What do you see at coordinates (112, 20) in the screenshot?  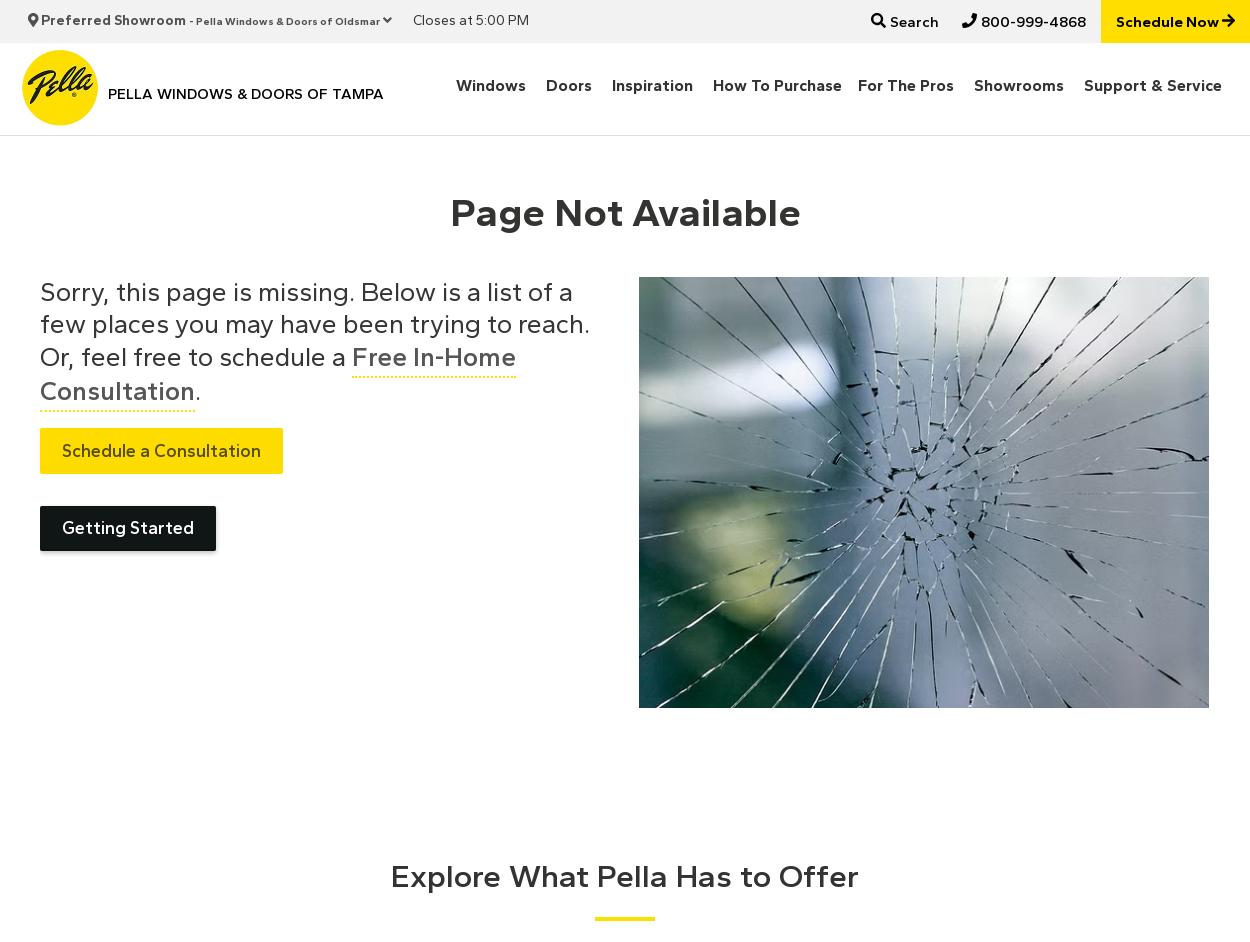 I see `'Preferred Showroom'` at bounding box center [112, 20].